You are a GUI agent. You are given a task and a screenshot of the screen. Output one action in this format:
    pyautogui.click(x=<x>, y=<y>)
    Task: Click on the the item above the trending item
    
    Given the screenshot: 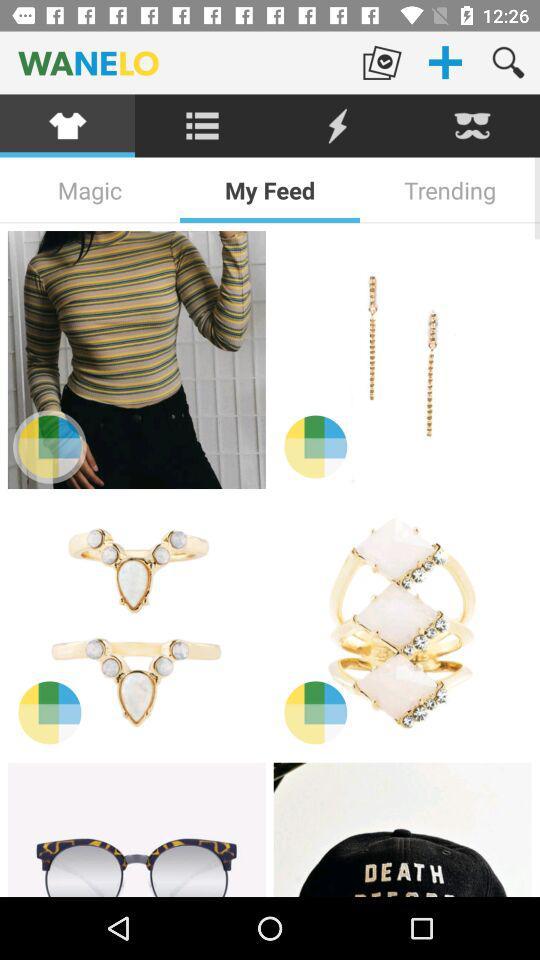 What is the action you would take?
    pyautogui.click(x=472, y=125)
    